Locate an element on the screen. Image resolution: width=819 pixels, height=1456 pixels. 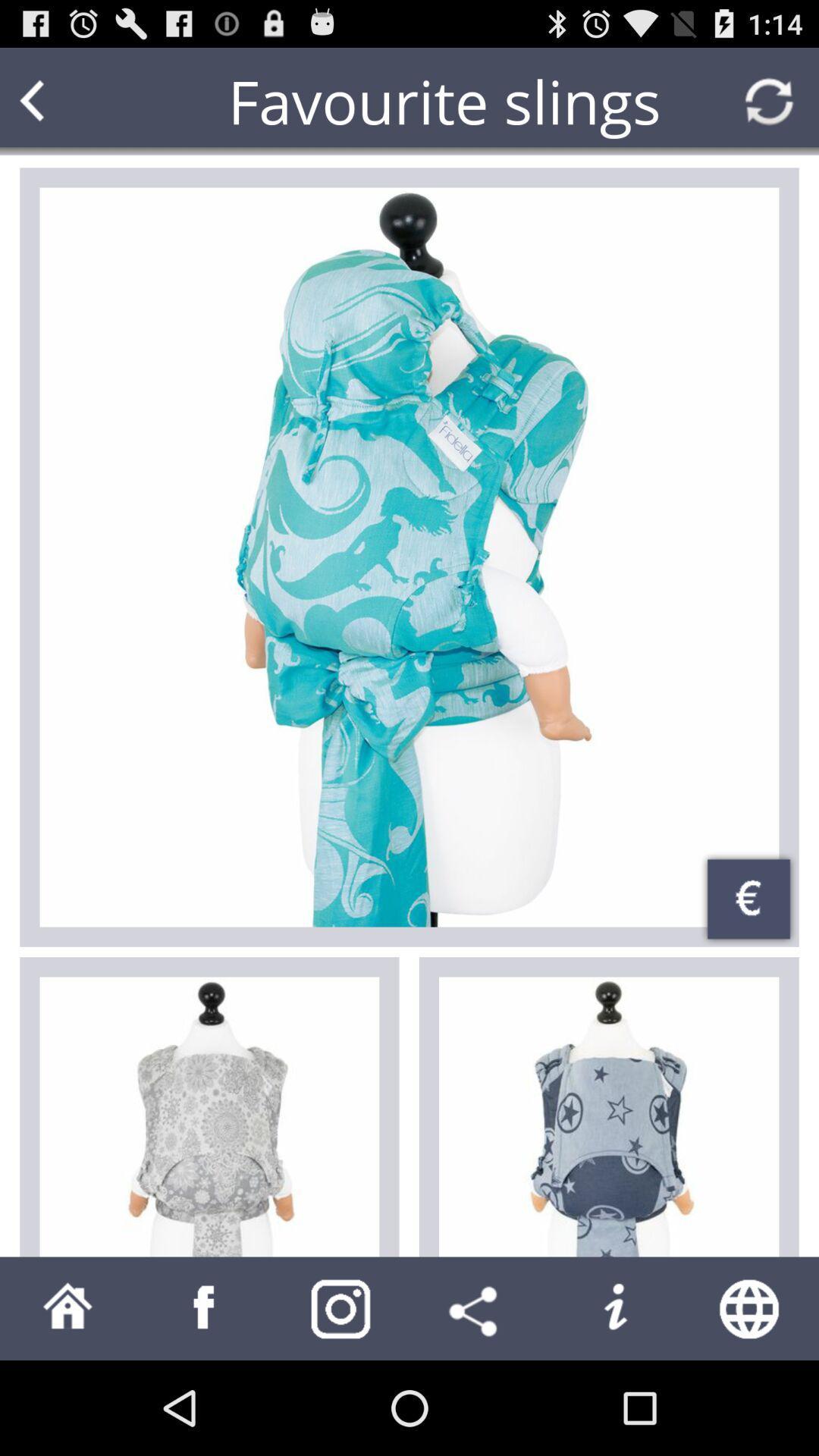
the facebook icon is located at coordinates (205, 1400).